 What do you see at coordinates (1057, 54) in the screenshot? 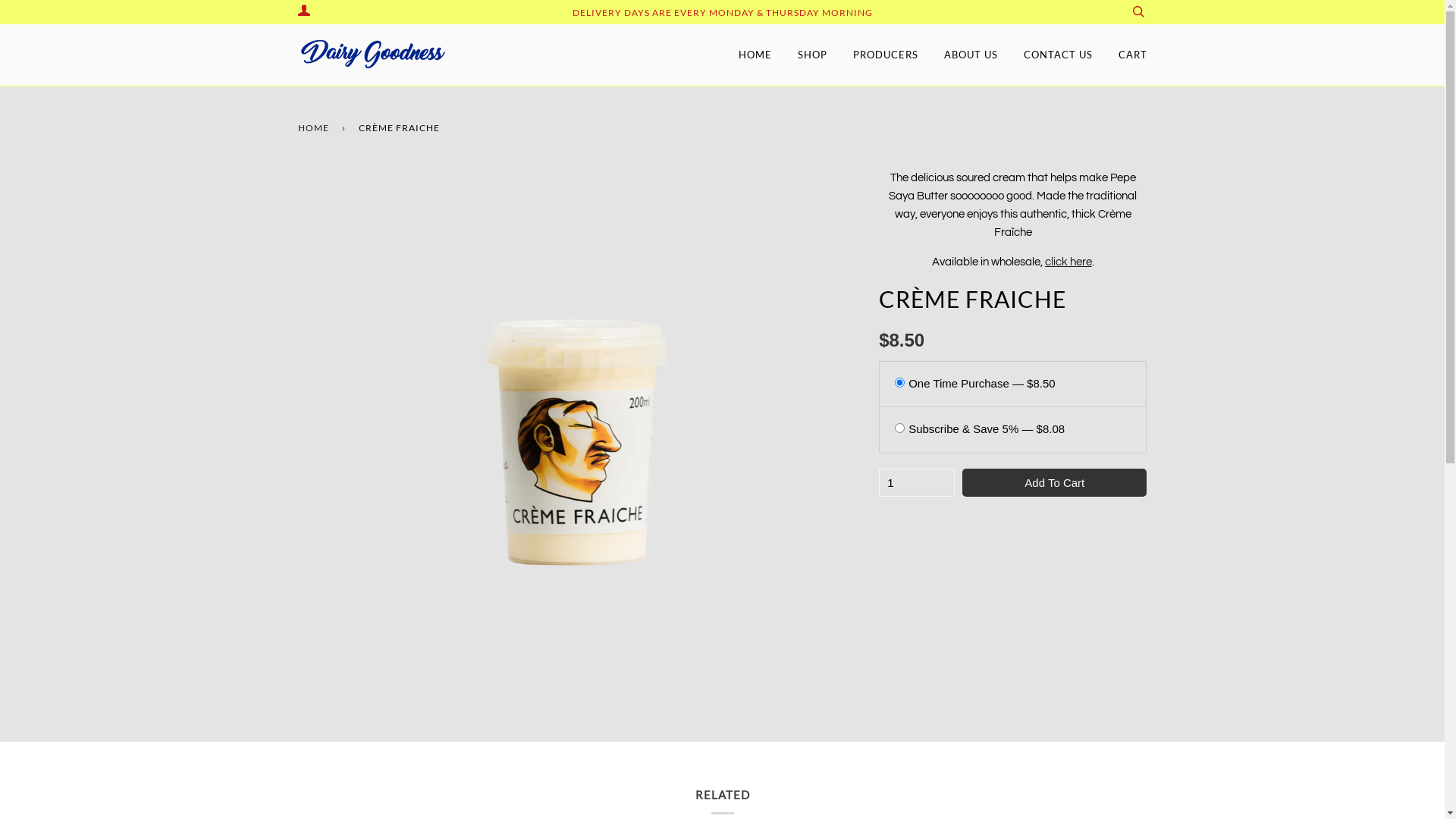
I see `'CONTACT US'` at bounding box center [1057, 54].